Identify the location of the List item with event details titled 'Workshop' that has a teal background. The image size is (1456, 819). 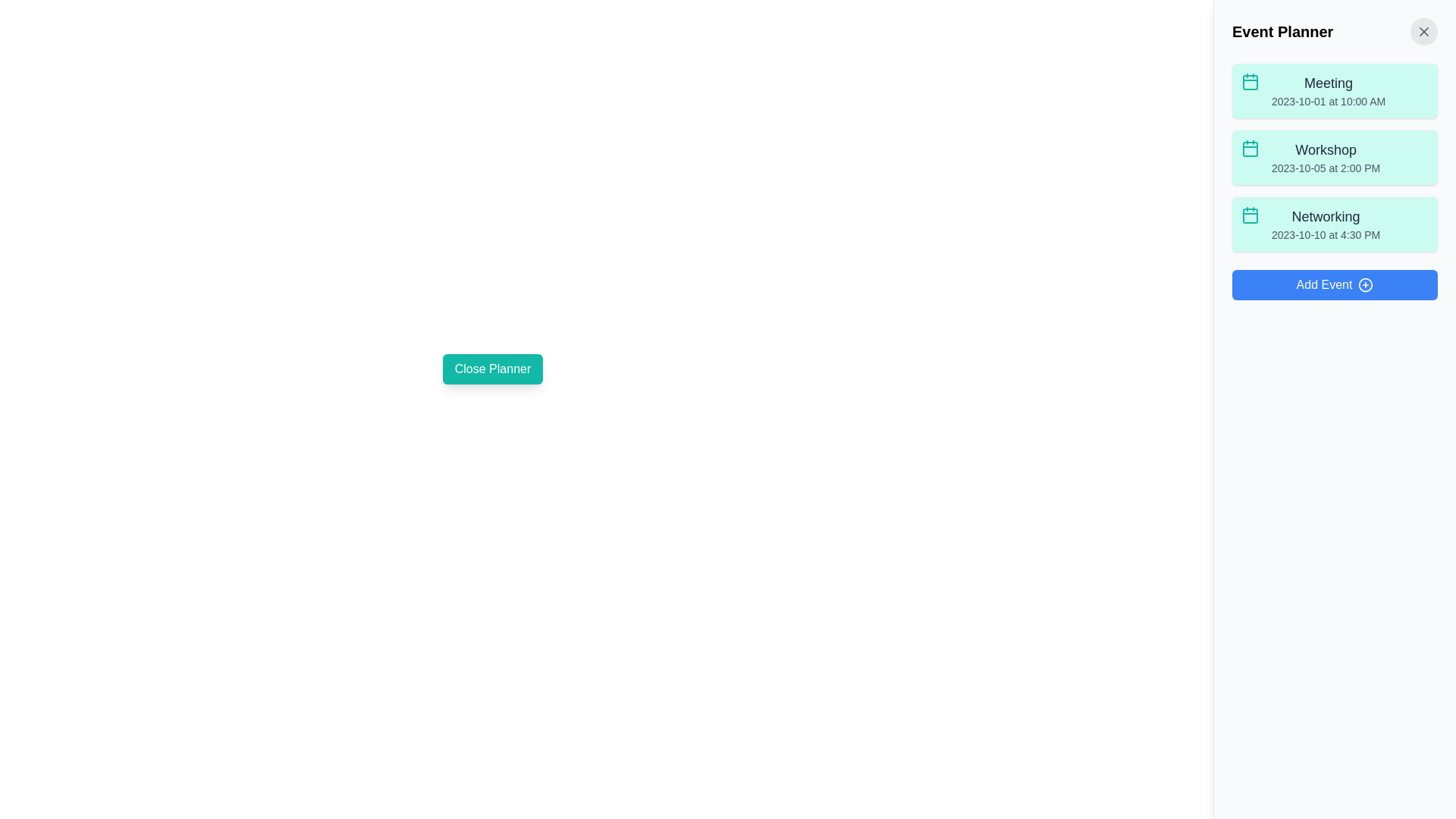
(1335, 158).